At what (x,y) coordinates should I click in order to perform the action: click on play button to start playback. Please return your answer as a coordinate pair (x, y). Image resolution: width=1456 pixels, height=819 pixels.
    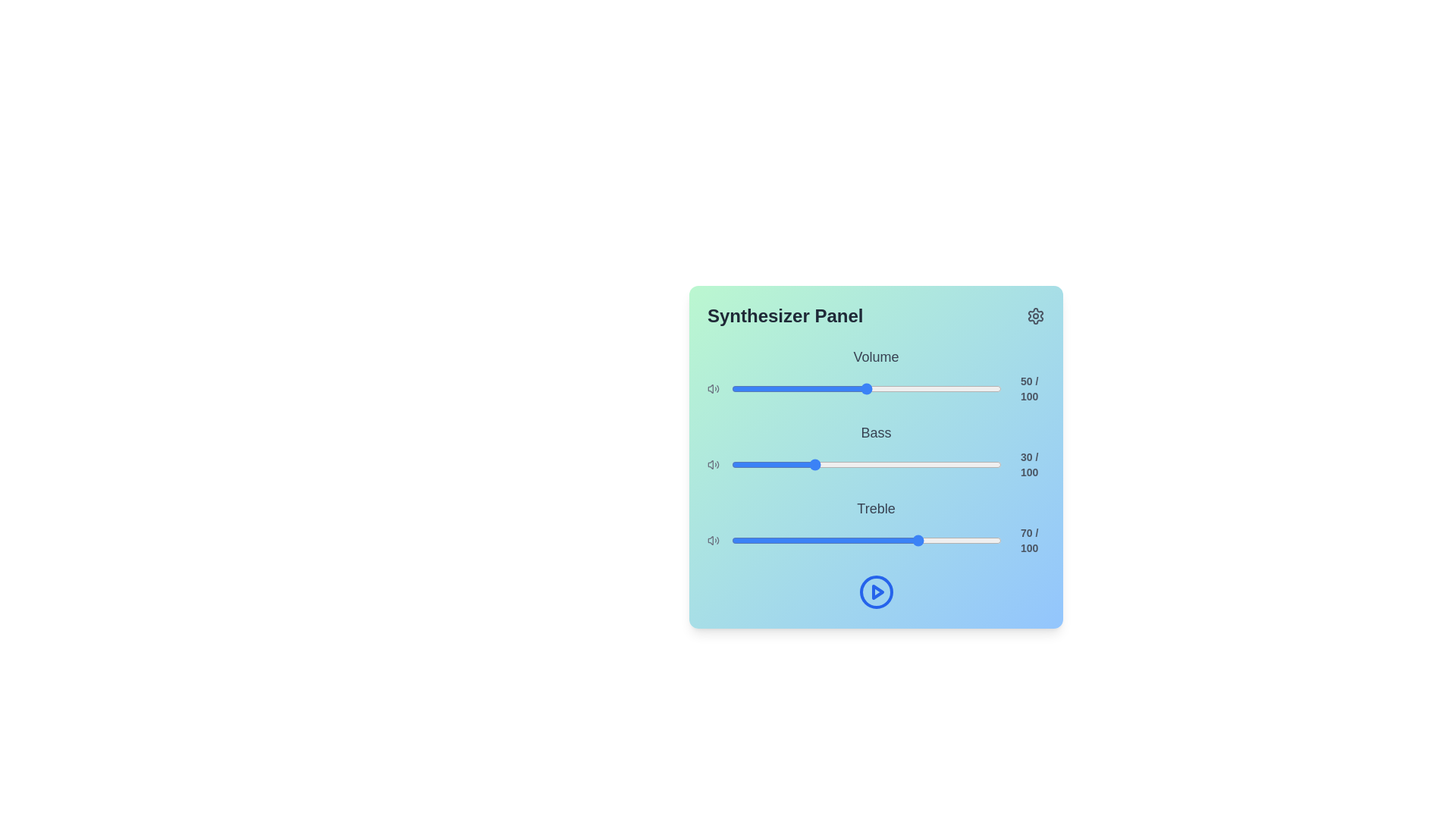
    Looking at the image, I should click on (876, 591).